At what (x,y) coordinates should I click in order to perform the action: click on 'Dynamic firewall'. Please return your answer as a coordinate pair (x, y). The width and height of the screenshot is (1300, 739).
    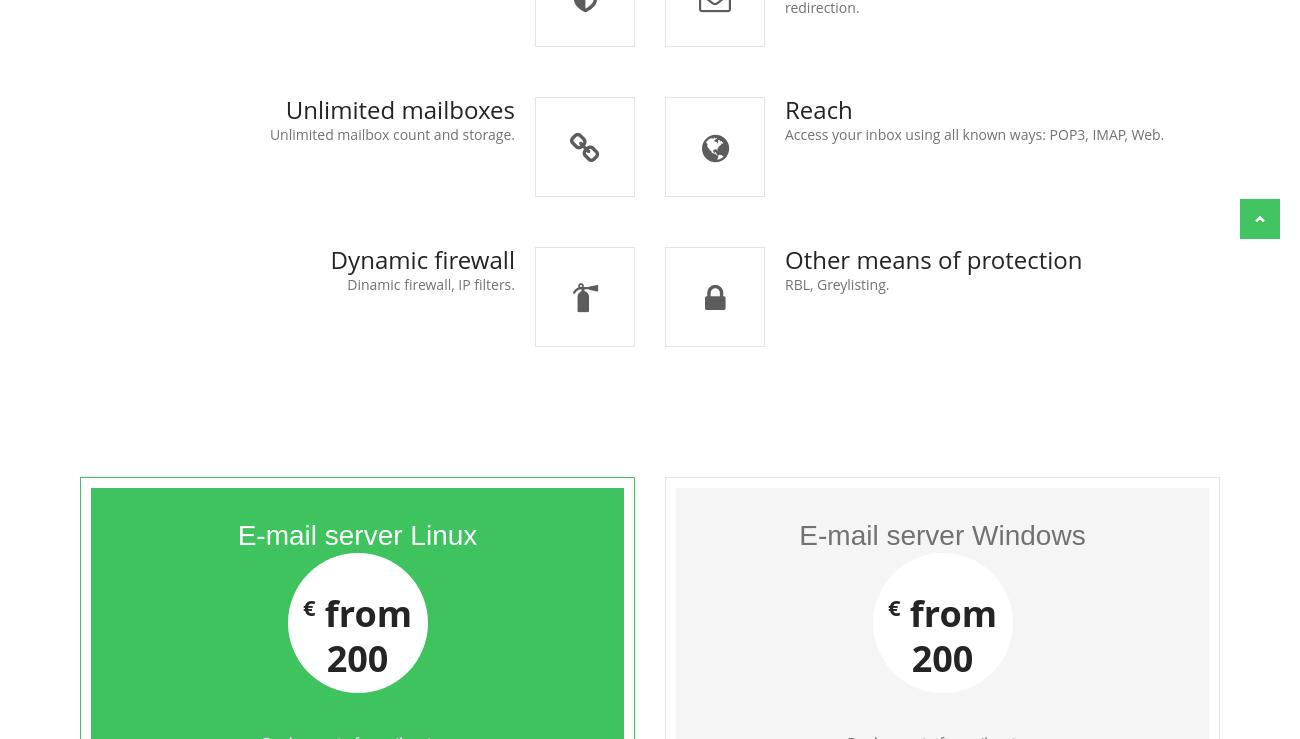
    Looking at the image, I should click on (422, 259).